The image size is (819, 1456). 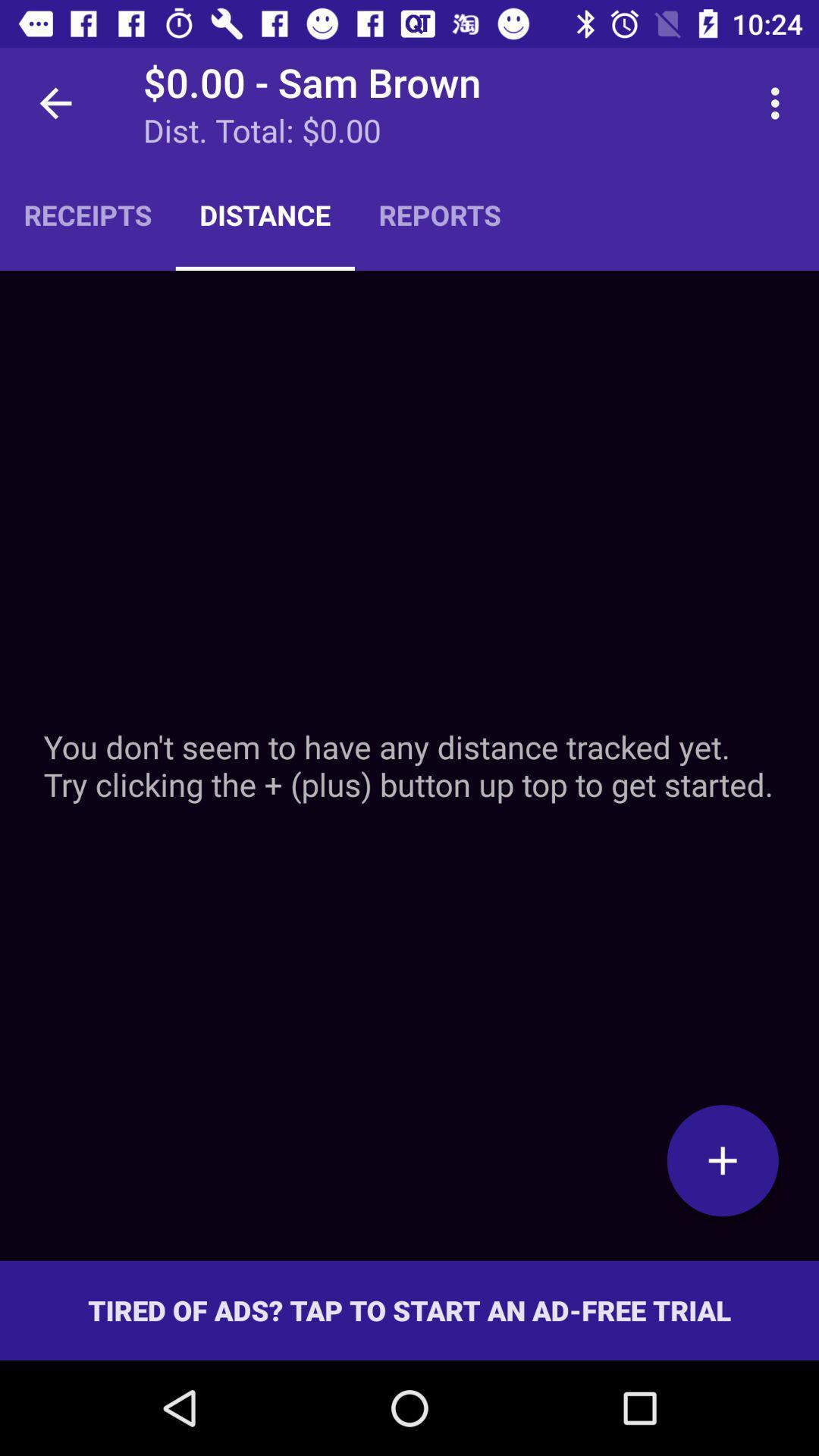 I want to click on item next to the distance, so click(x=440, y=214).